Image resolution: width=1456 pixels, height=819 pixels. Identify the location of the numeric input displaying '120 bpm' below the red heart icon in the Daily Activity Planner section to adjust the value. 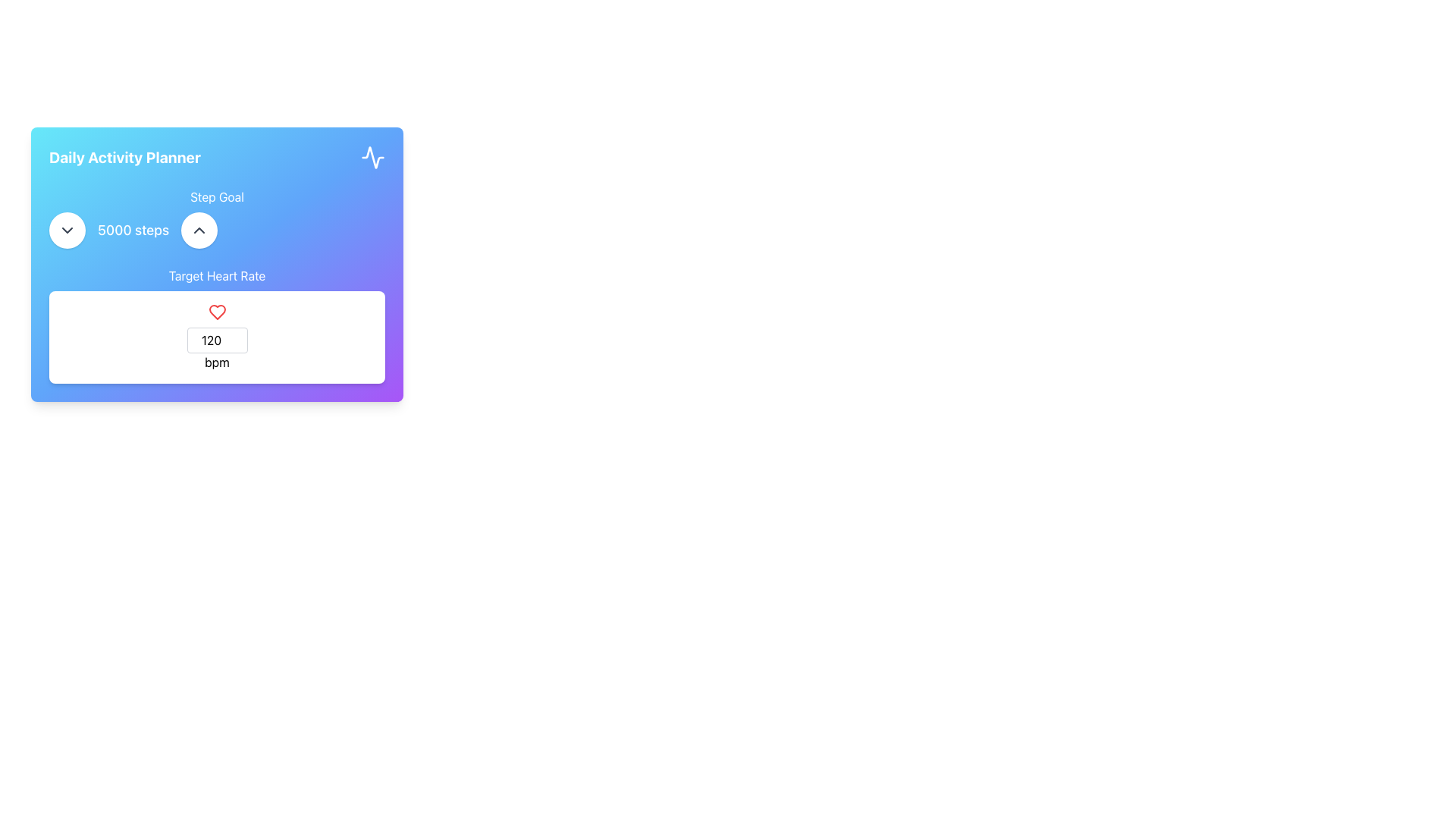
(216, 324).